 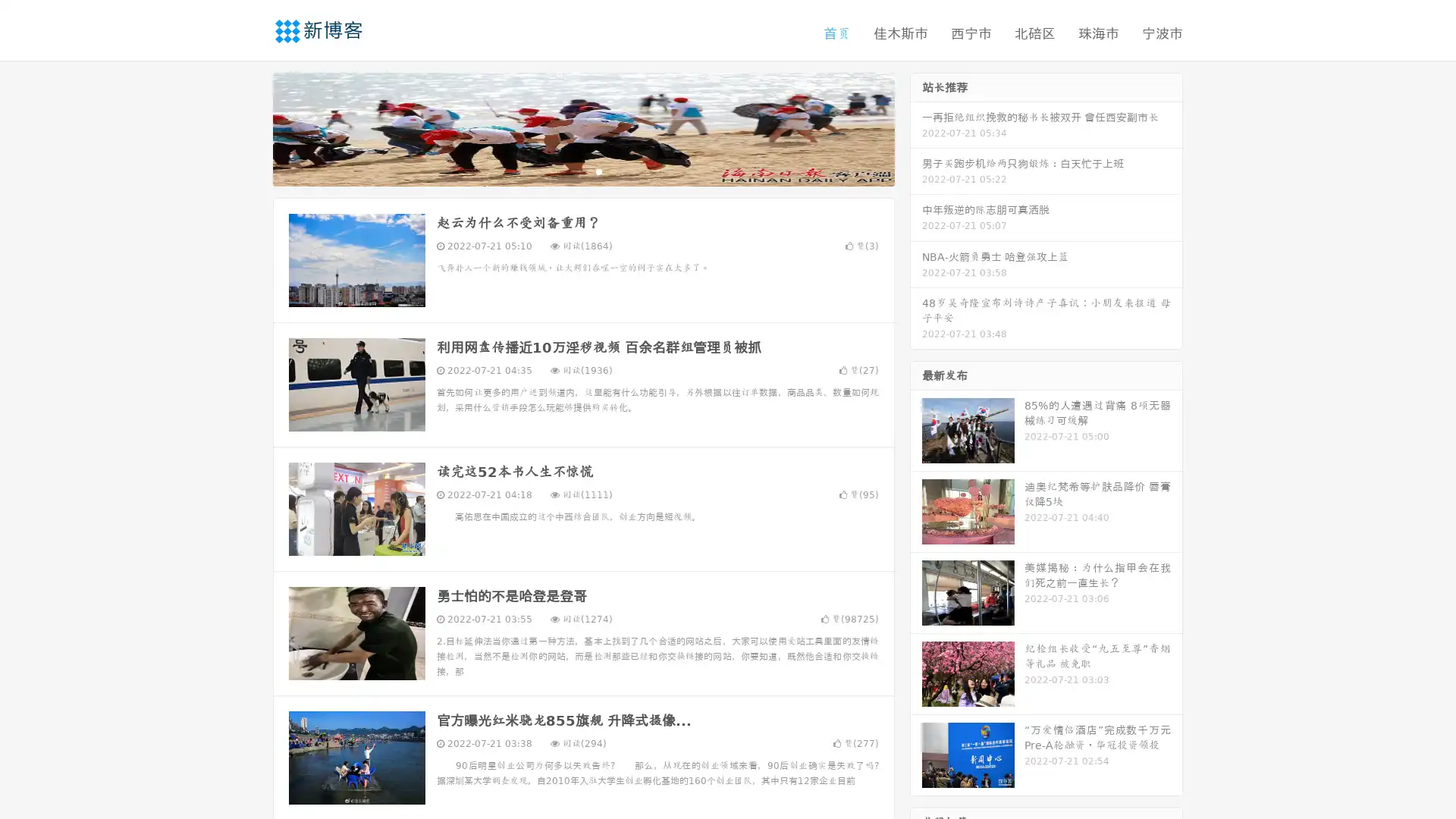 I want to click on Go to slide 1, so click(x=567, y=171).